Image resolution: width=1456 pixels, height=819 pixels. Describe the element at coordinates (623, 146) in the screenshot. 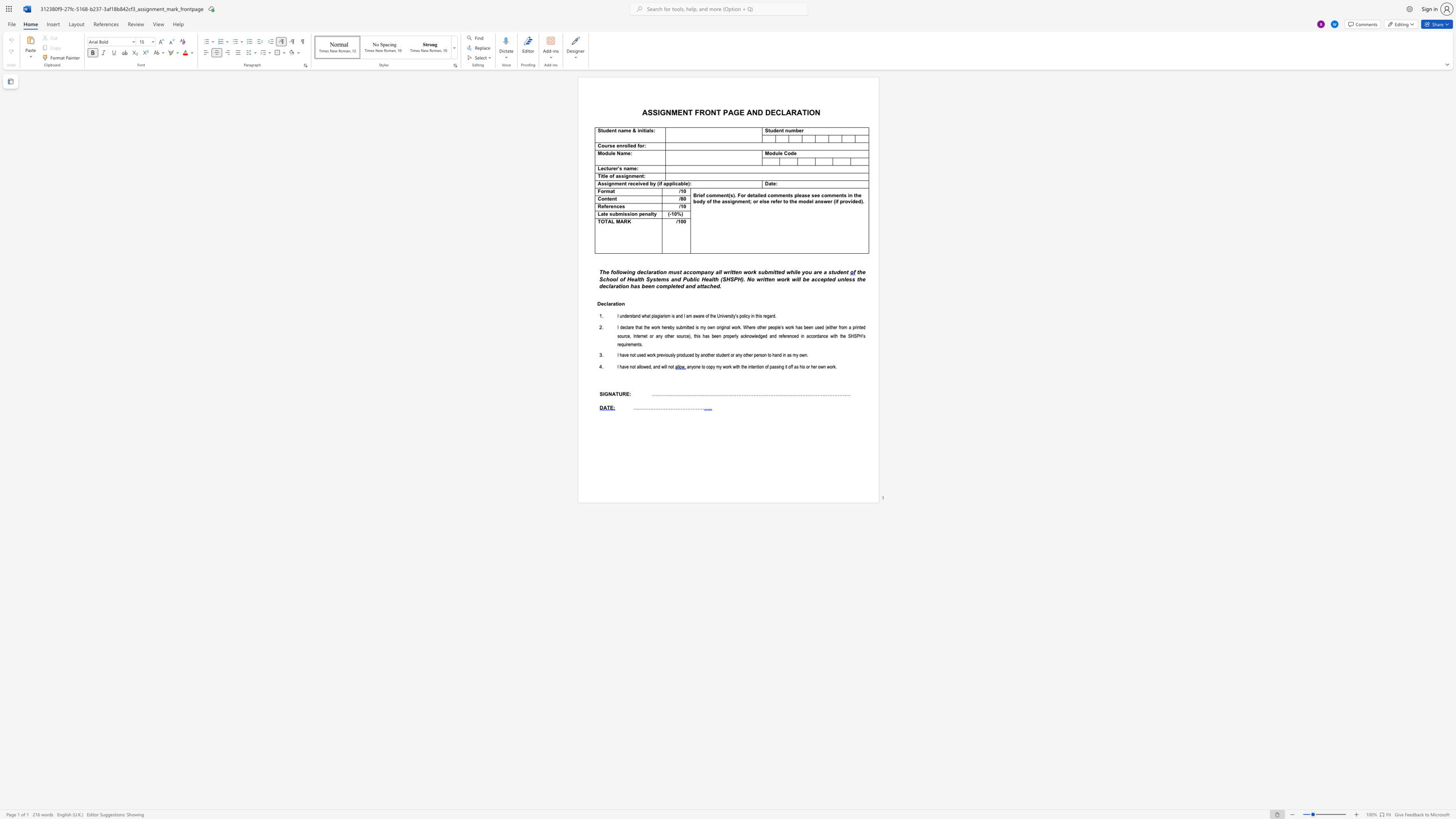

I see `the 2th character "r" in the text` at that location.